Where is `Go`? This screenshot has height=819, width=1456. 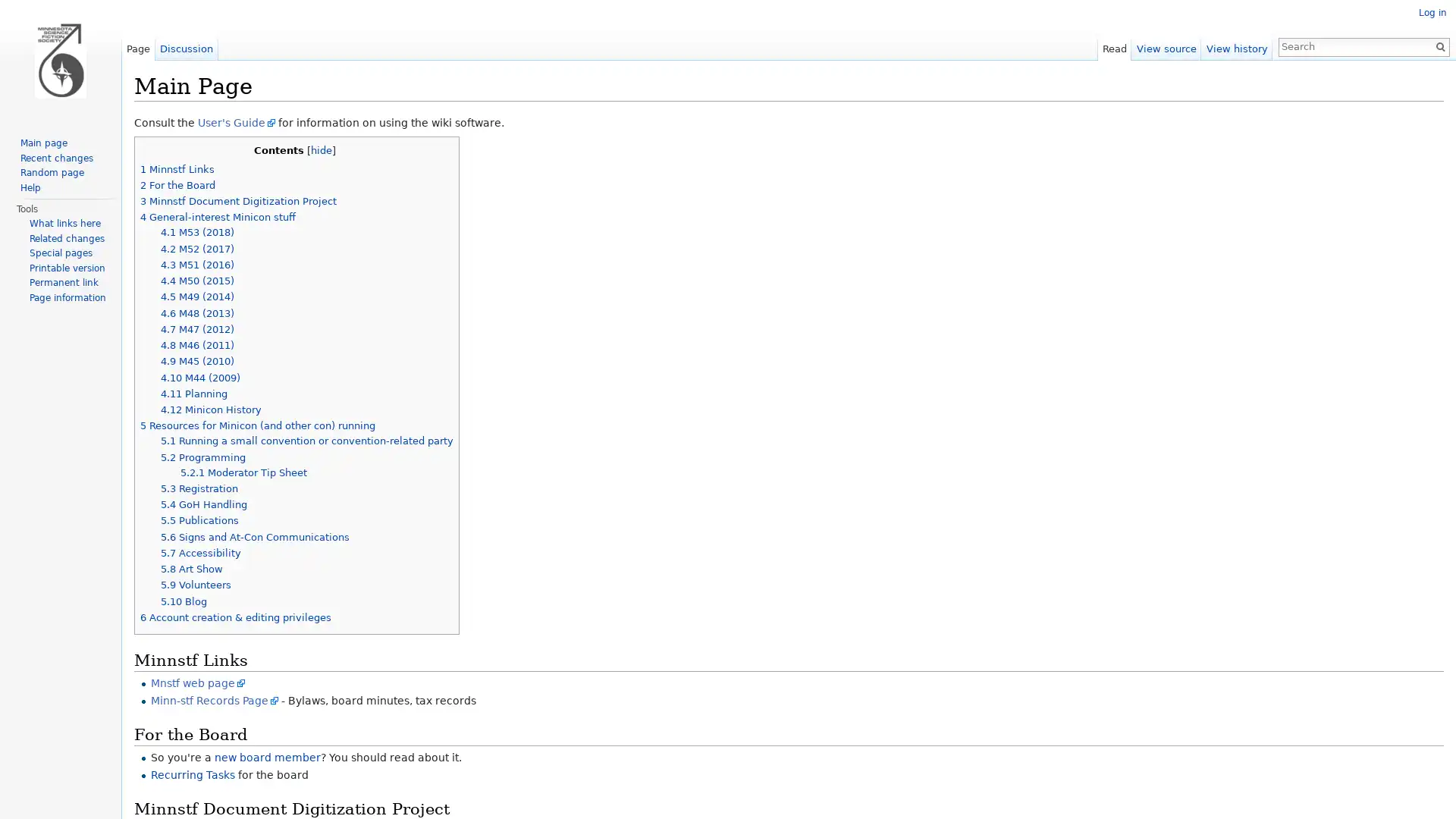 Go is located at coordinates (1433, 45).